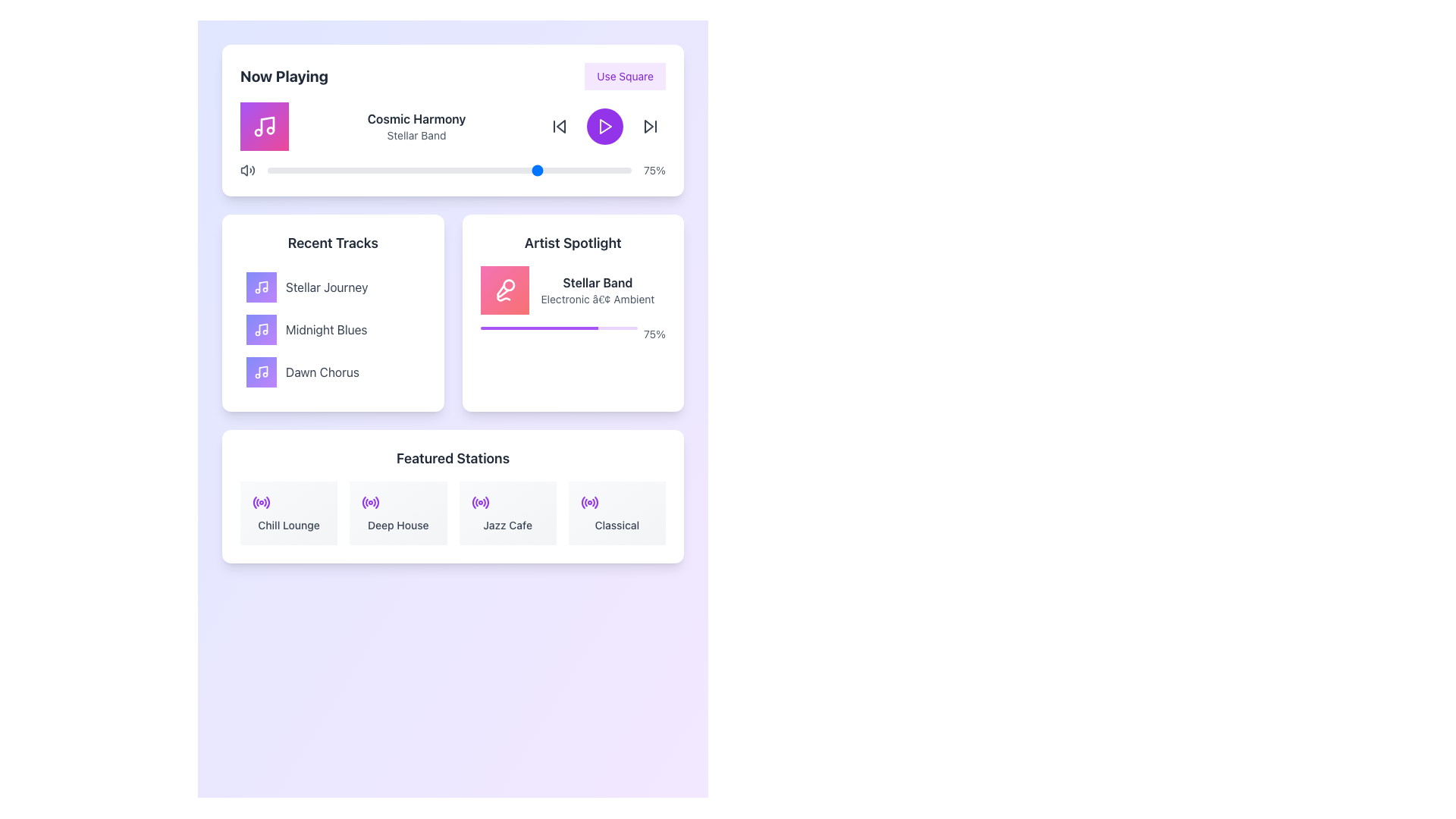 This screenshot has height=819, width=1456. I want to click on progress, so click(563, 327).